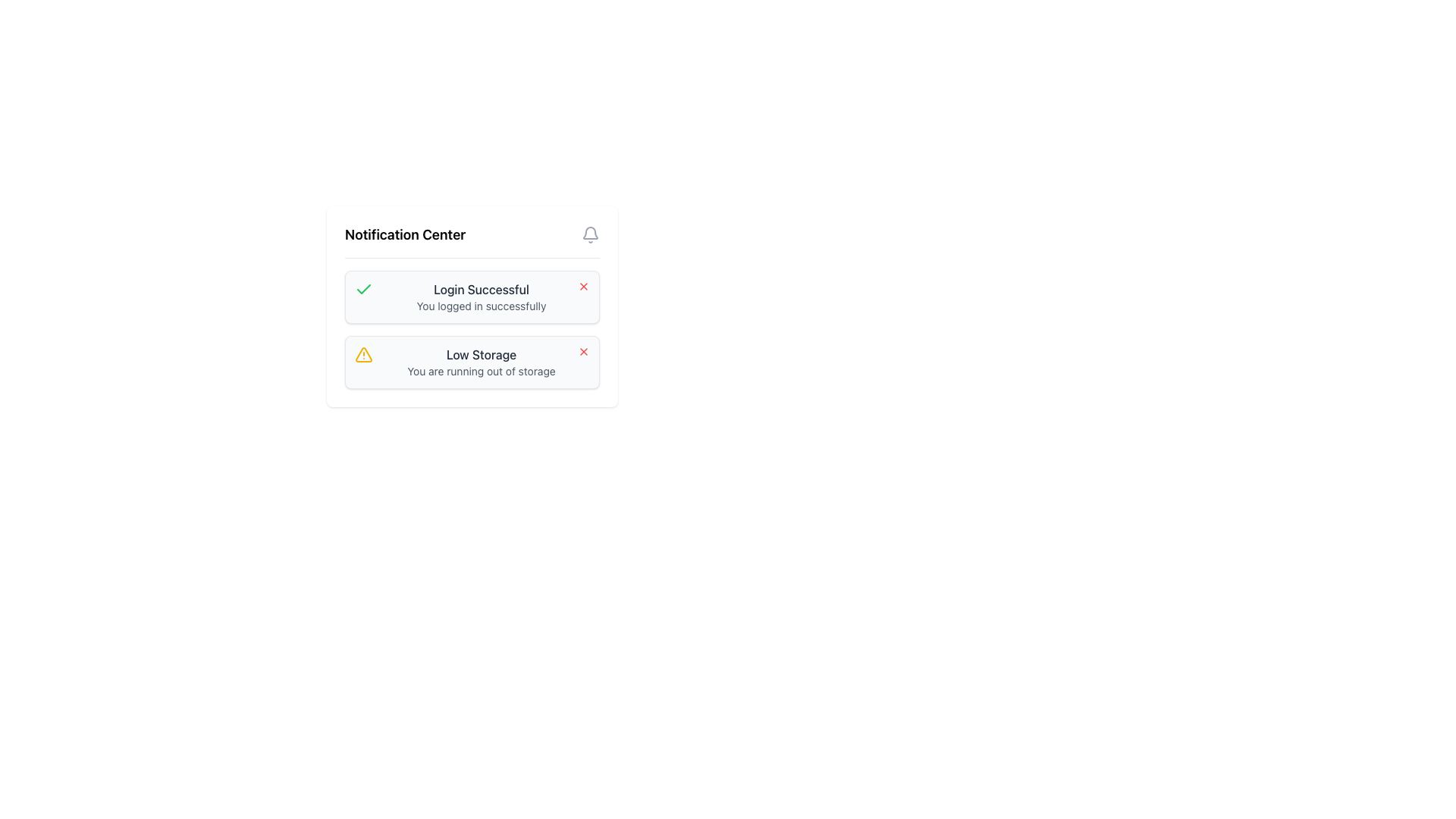  I want to click on the alert icon indicating 'Low Storage' located in the 'Notification Center' panel, so click(364, 354).